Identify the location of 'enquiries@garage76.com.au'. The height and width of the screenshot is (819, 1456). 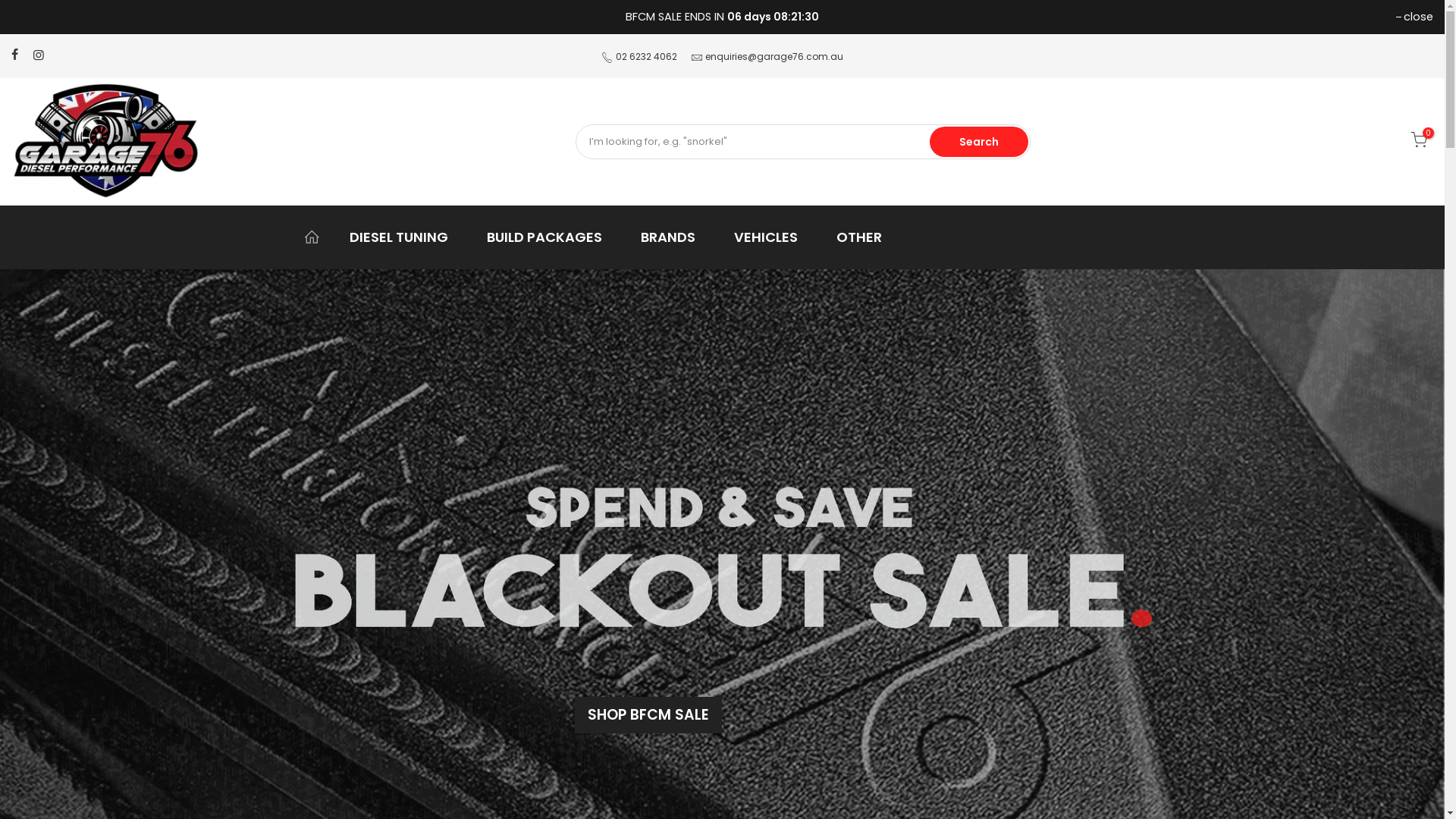
(704, 55).